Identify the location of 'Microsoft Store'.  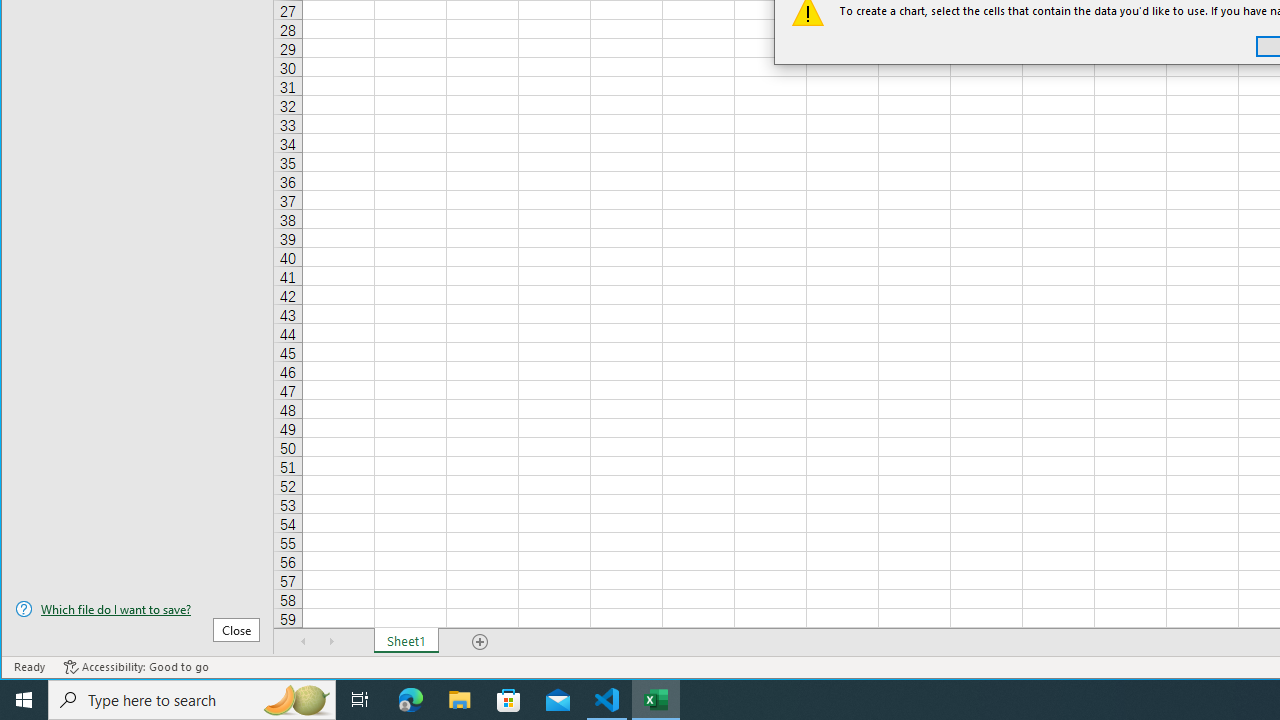
(509, 698).